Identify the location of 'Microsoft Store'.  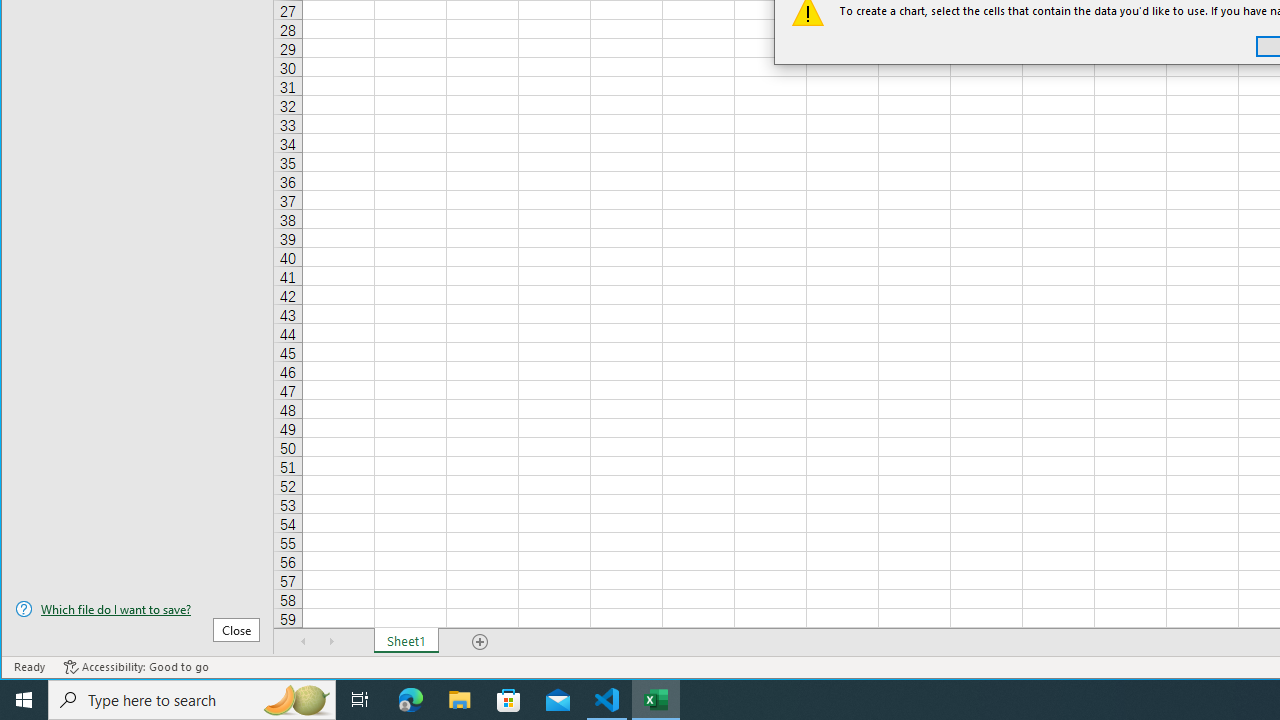
(509, 698).